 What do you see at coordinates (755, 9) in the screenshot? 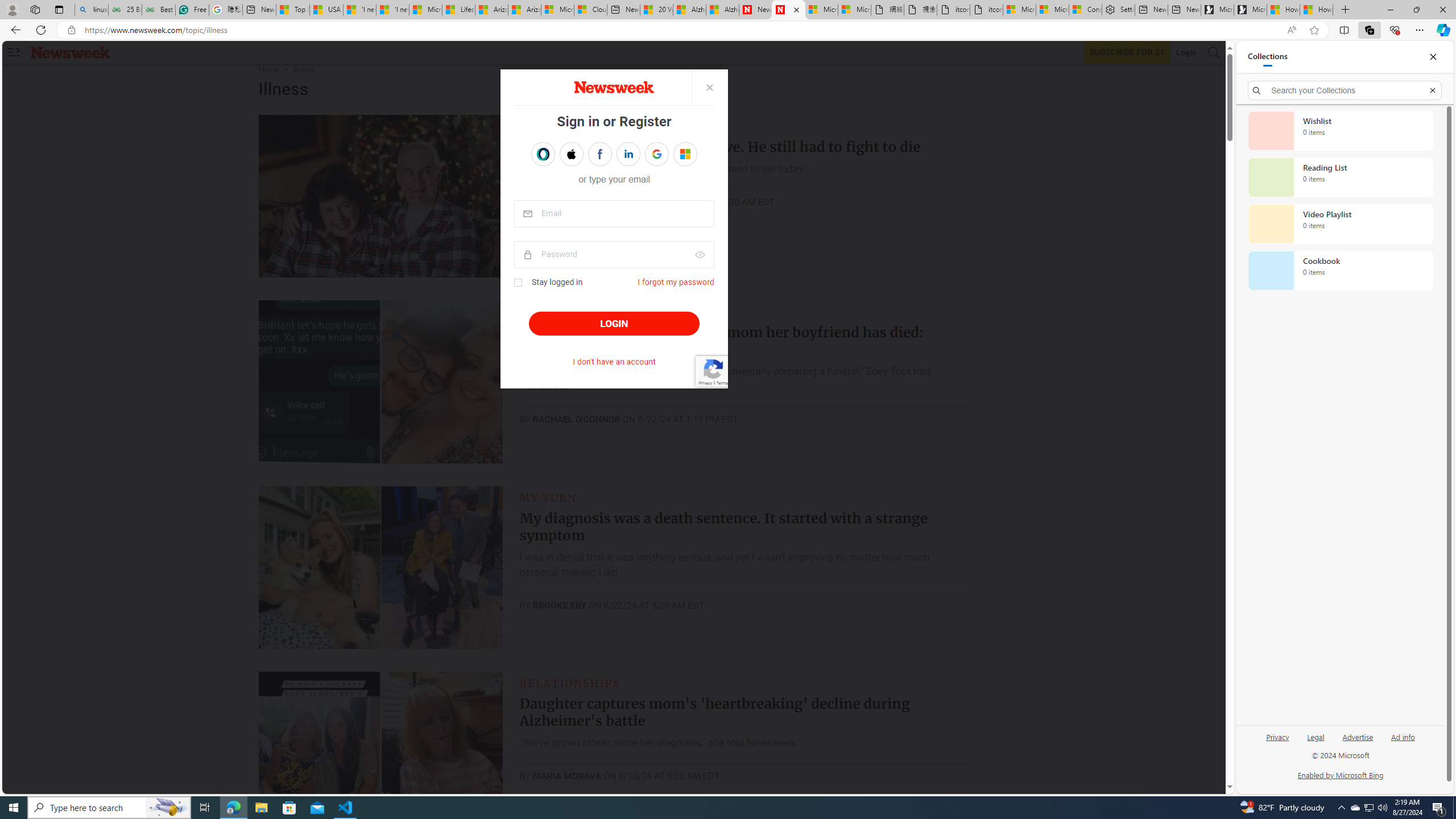
I see `'Newsweek - News, Analysis, Politics, Business, Technology'` at bounding box center [755, 9].